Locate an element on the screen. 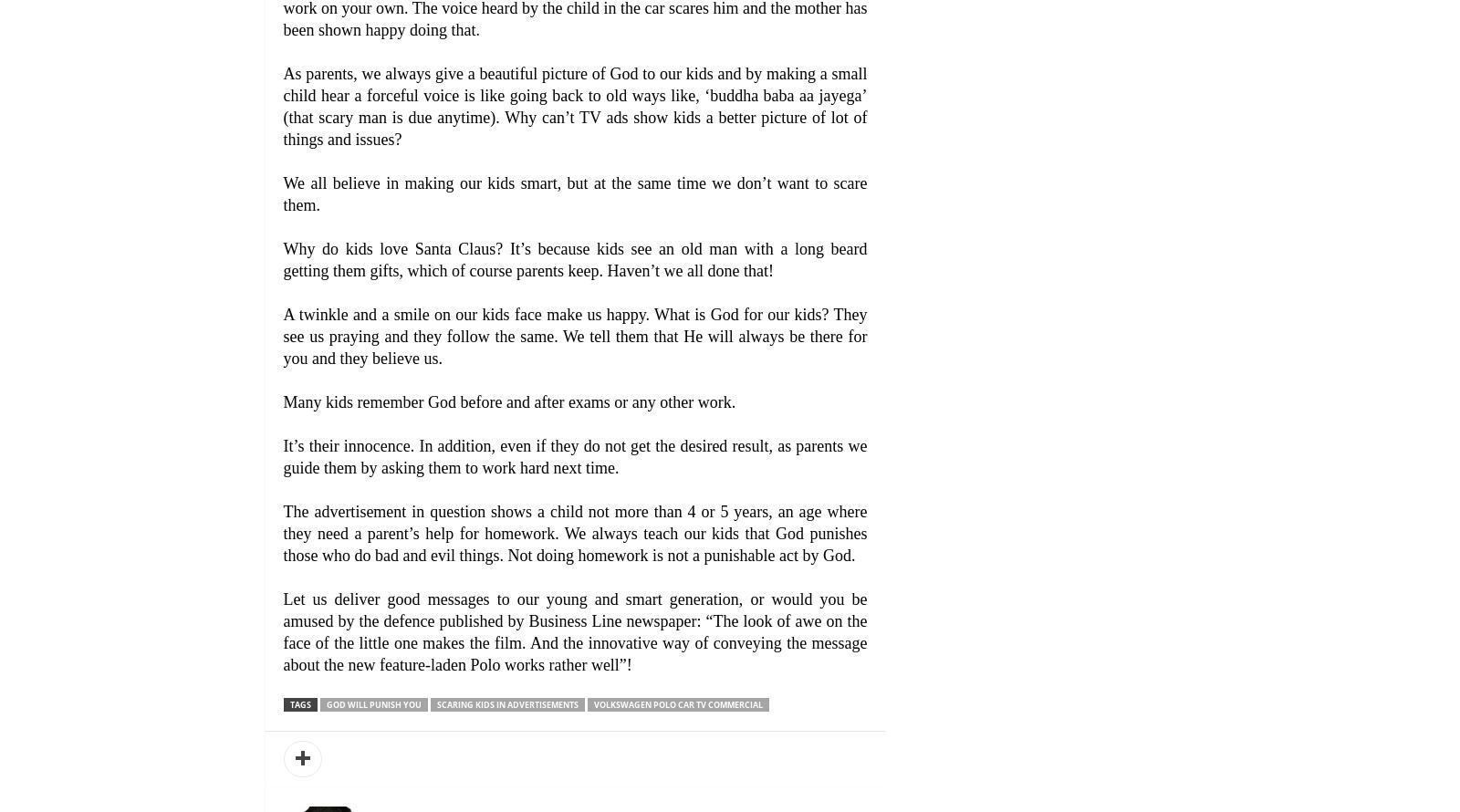 Image resolution: width=1460 pixels, height=812 pixels. 'It’s their innocence. In addition, even if they do not get the desired result, as parents we guide them by asking them to work hard next time.' is located at coordinates (283, 456).